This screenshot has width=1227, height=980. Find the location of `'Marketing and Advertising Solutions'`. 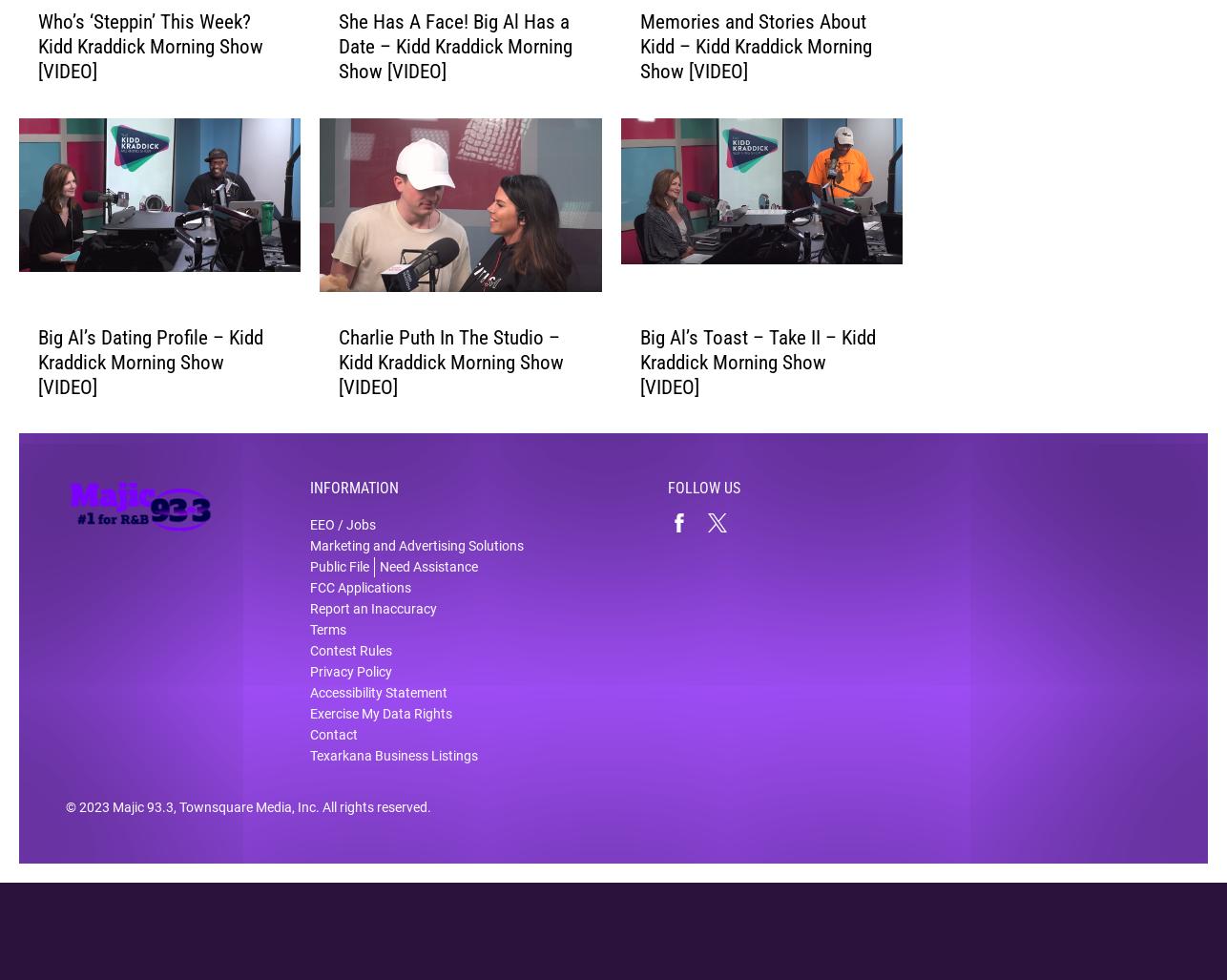

'Marketing and Advertising Solutions' is located at coordinates (415, 559).